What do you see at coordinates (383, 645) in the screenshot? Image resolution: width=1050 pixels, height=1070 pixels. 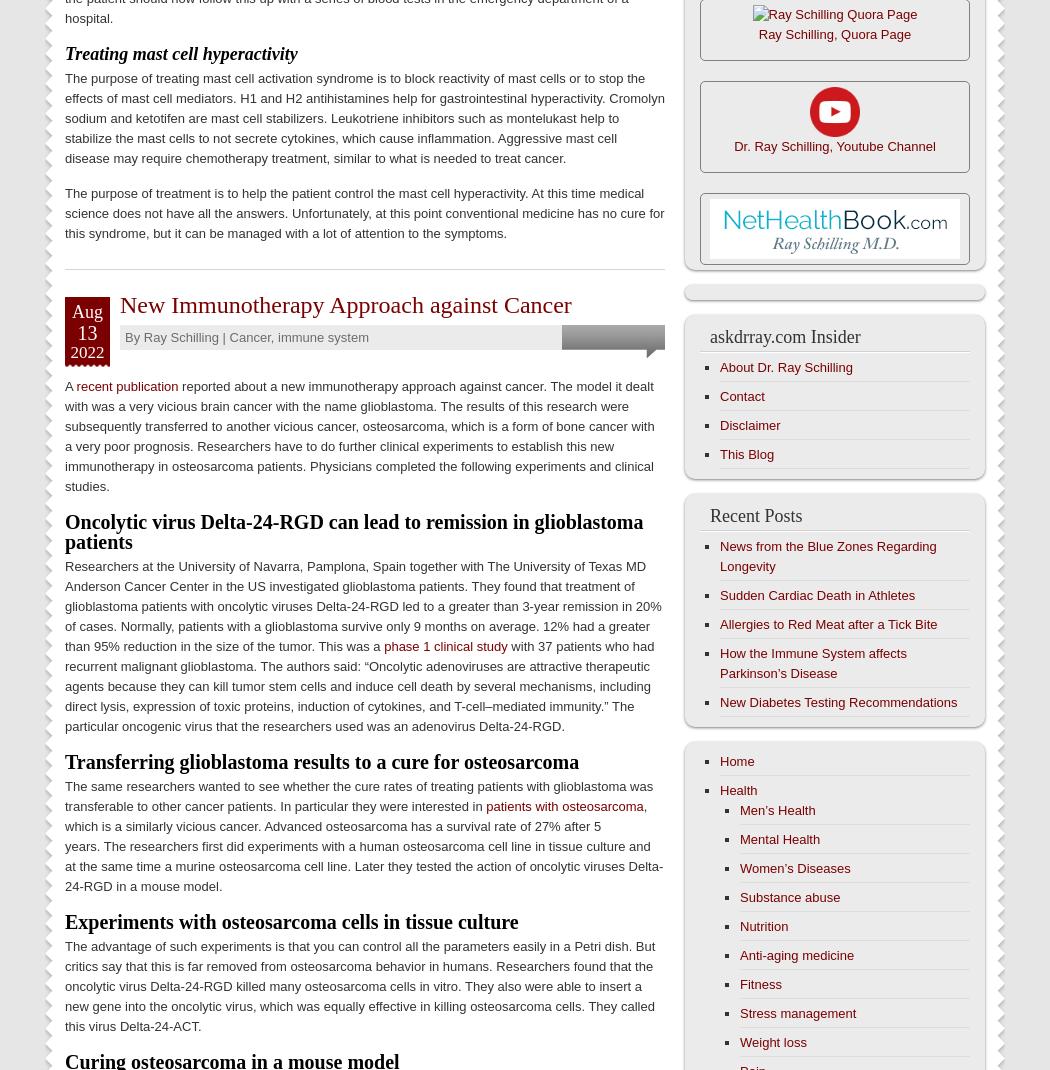 I see `'phase 1 clinical study'` at bounding box center [383, 645].